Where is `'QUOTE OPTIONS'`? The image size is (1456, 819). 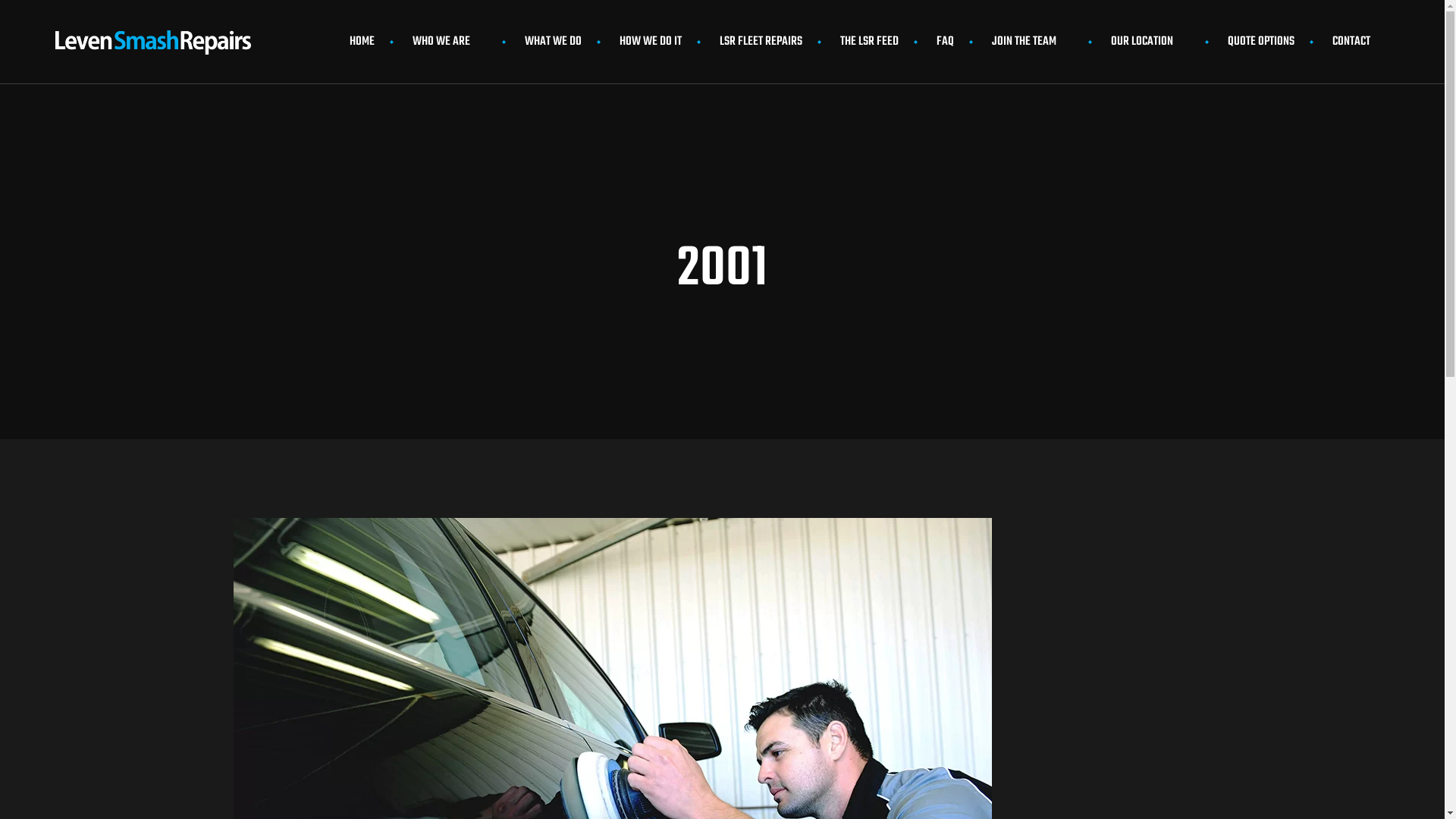
'QUOTE OPTIONS' is located at coordinates (1260, 40).